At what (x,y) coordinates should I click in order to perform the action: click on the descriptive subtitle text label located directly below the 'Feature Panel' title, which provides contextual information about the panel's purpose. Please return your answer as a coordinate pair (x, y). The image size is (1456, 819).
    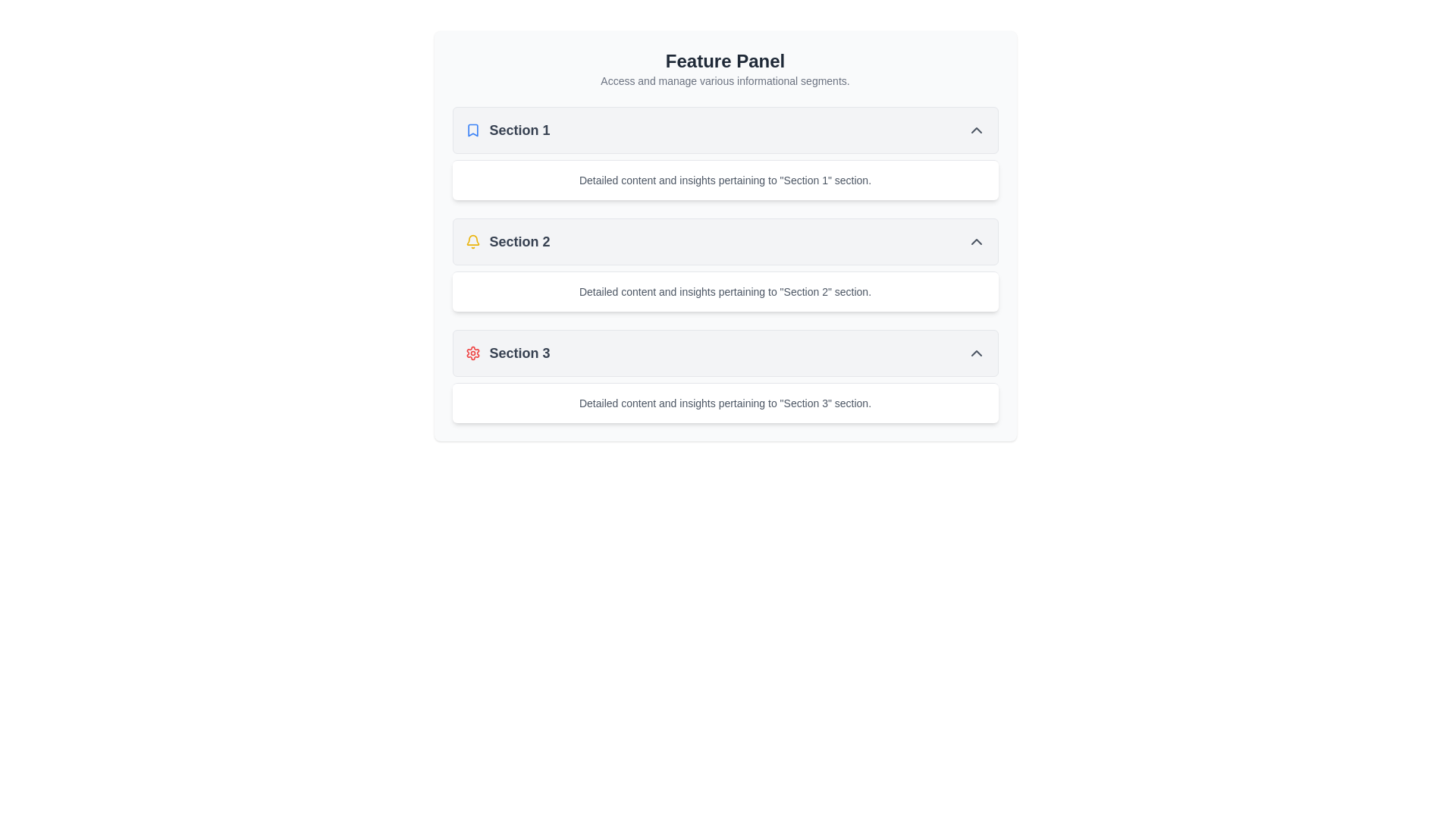
    Looking at the image, I should click on (724, 81).